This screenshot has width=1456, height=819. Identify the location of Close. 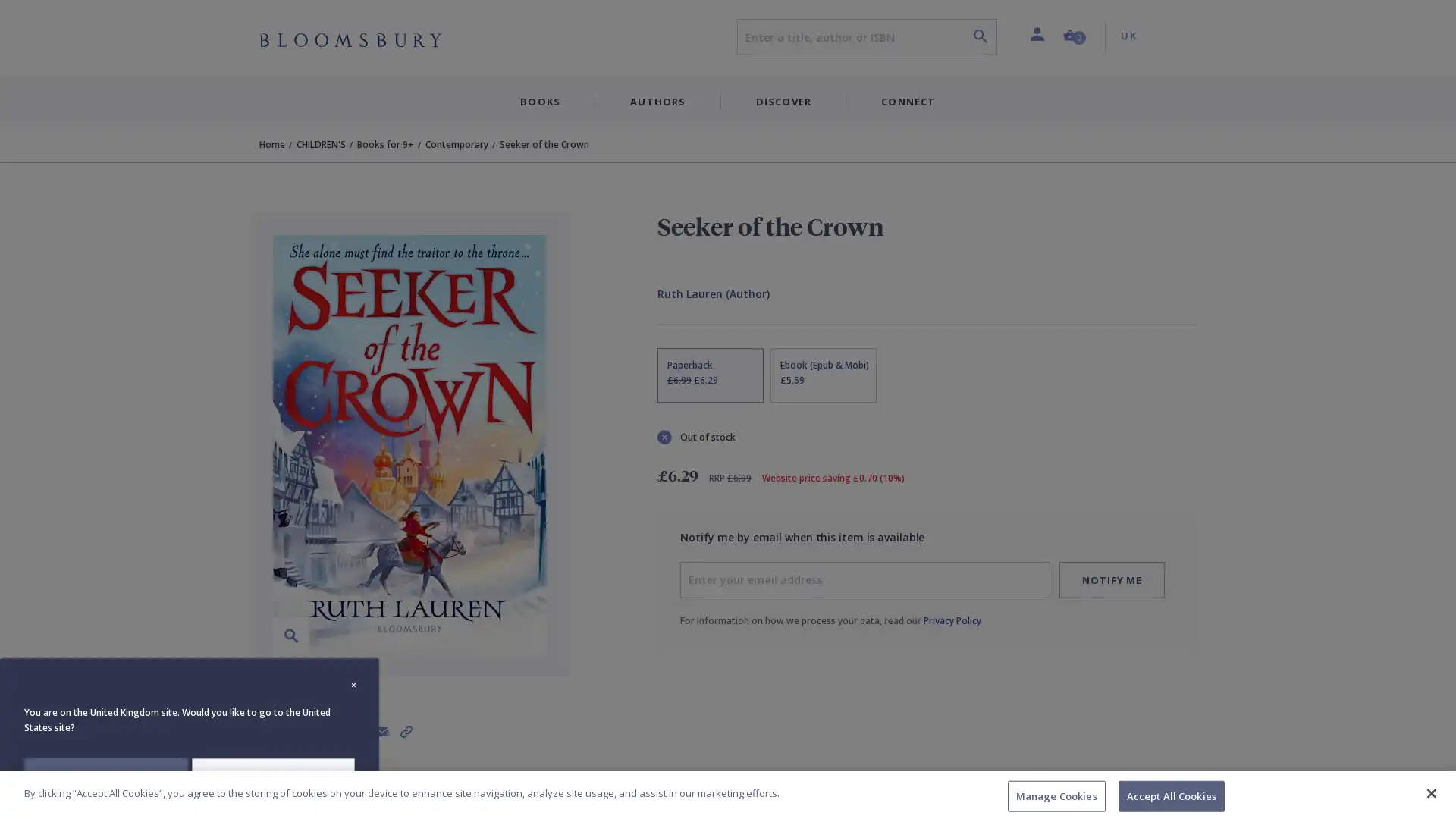
(353, 685).